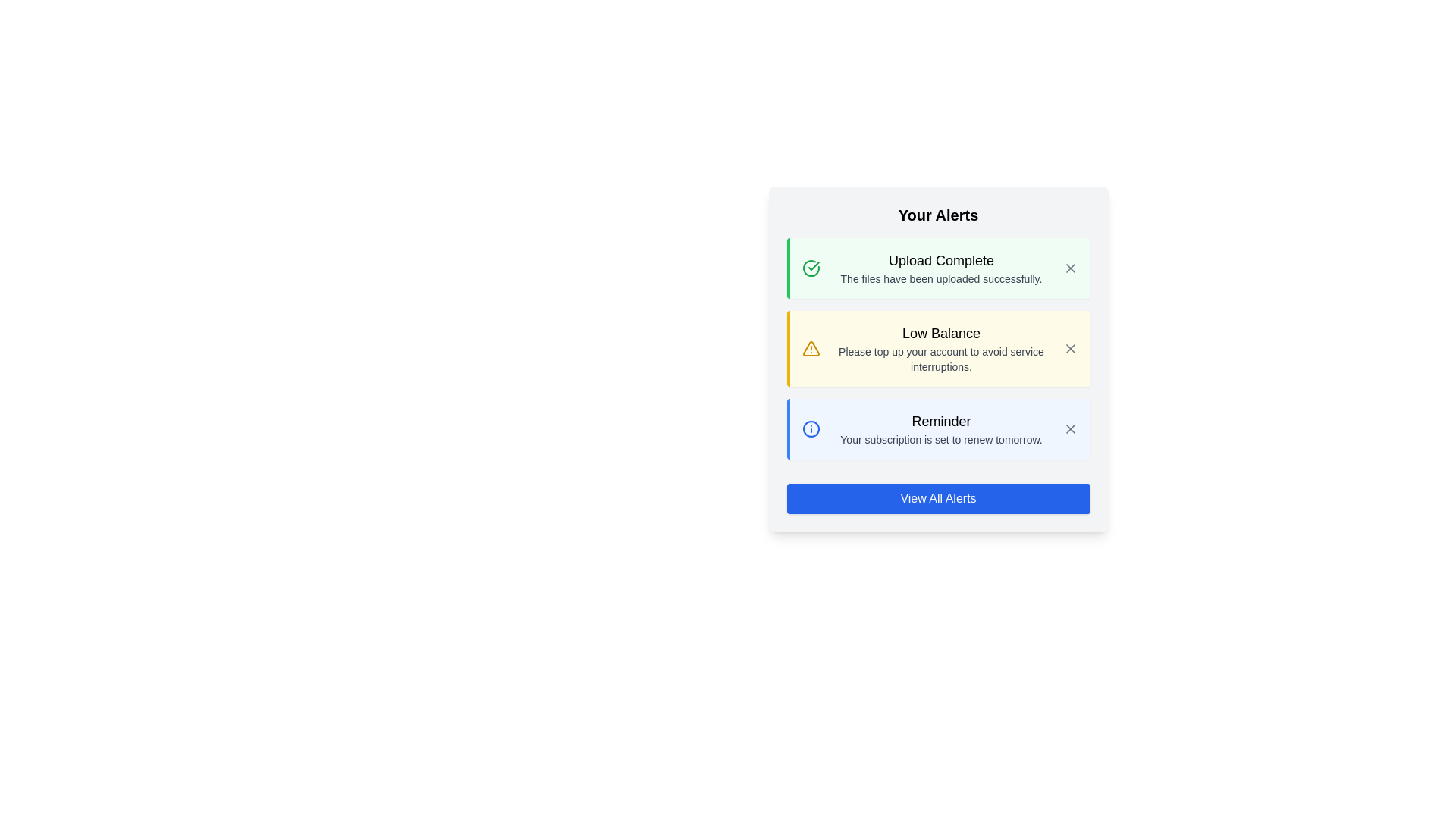 This screenshot has width=1456, height=819. Describe the element at coordinates (810, 348) in the screenshot. I see `the triangular warning icon with a yellow outline and an exclamation mark inside, located near the title 'Low Balance' in the alert box` at that location.